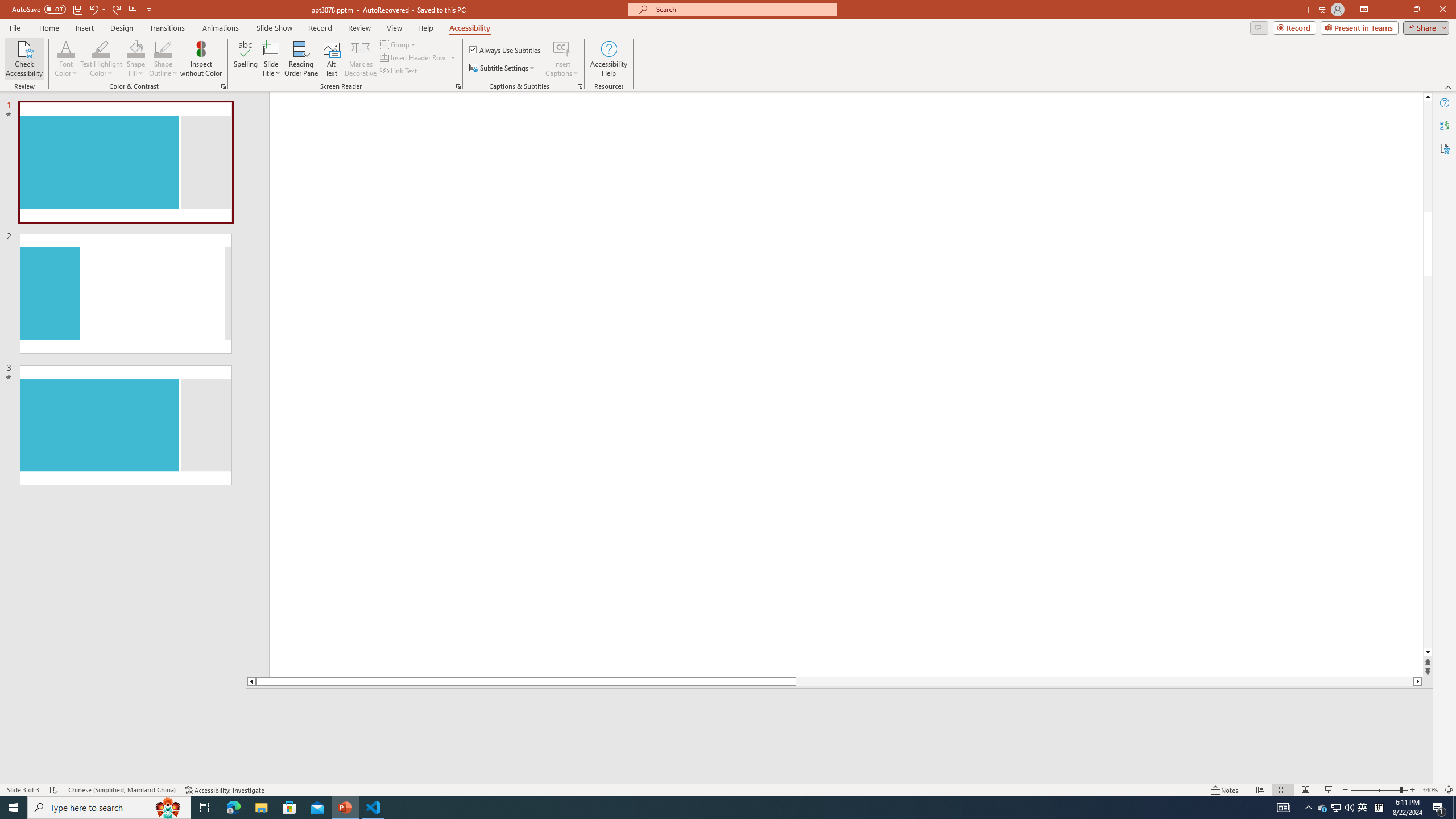 The height and width of the screenshot is (819, 1456). What do you see at coordinates (458, 85) in the screenshot?
I see `'Screen Reader'` at bounding box center [458, 85].